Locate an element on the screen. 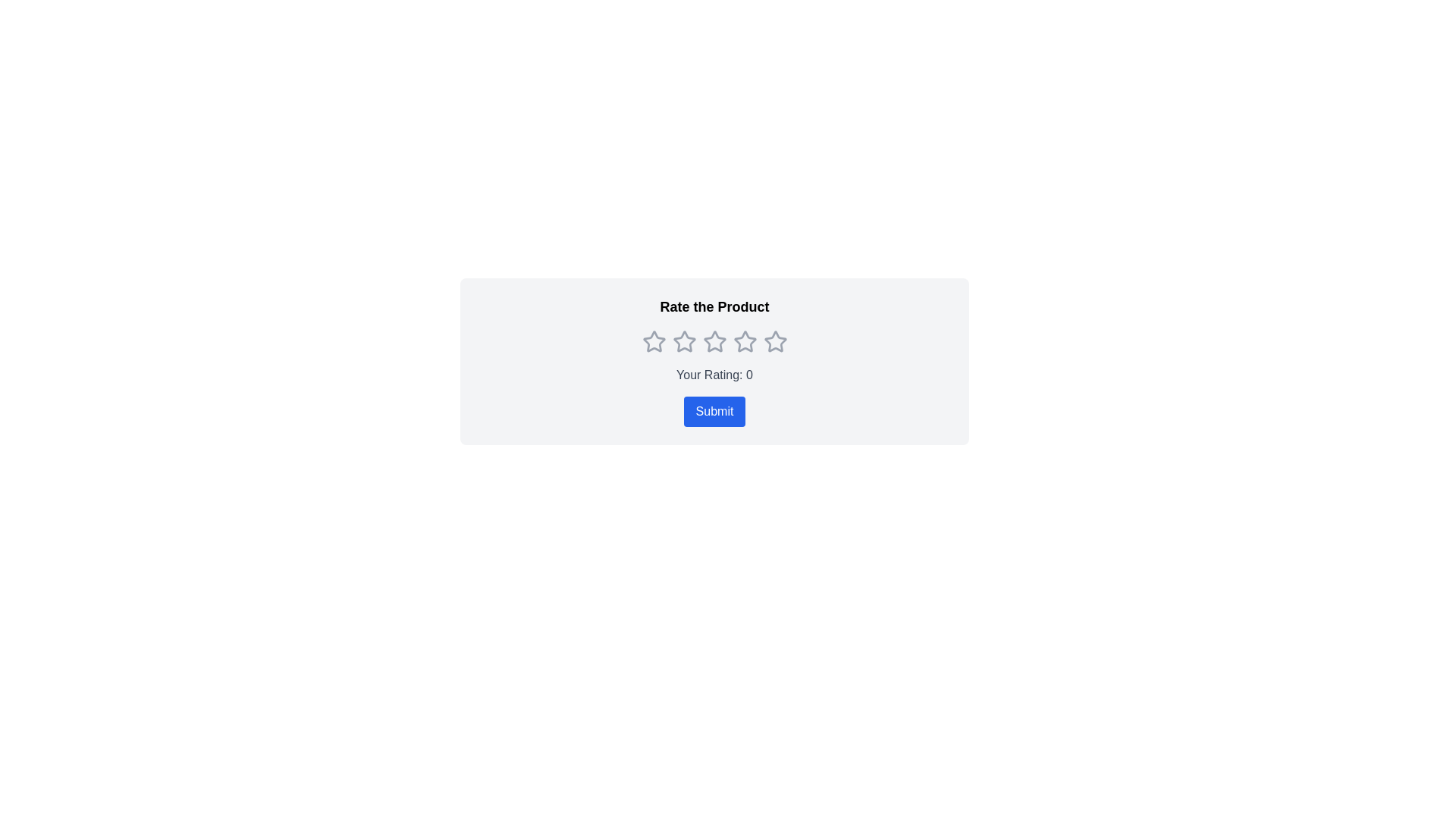 This screenshot has width=1456, height=819. the second star in the rating component, which is a hollow, five-pointed star with a thin border, to set a two-star rating is located at coordinates (683, 341).